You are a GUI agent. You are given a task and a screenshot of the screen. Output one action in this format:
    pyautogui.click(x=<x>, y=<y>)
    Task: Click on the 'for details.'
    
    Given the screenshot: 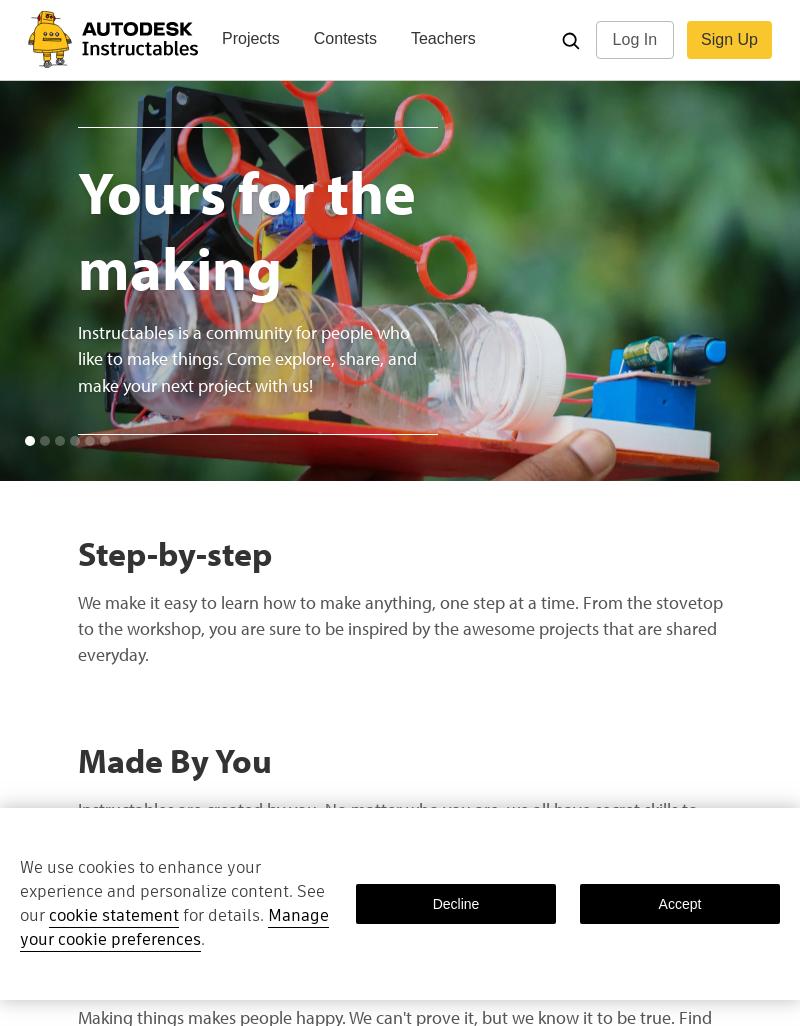 What is the action you would take?
    pyautogui.click(x=223, y=914)
    